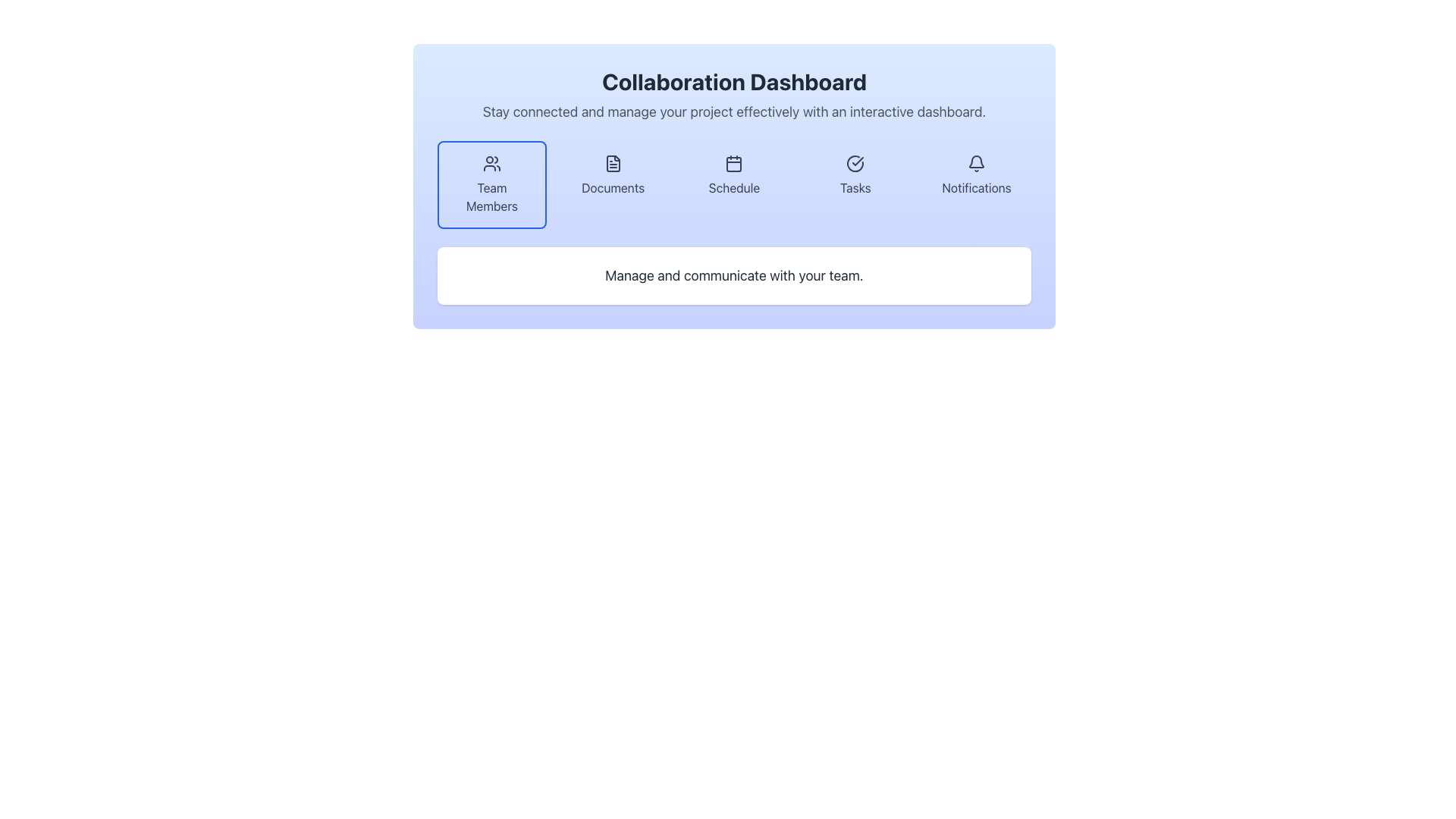 This screenshot has width=1456, height=819. What do you see at coordinates (734, 82) in the screenshot?
I see `the main heading text of the dashboard interface, which provides an overview of the section` at bounding box center [734, 82].